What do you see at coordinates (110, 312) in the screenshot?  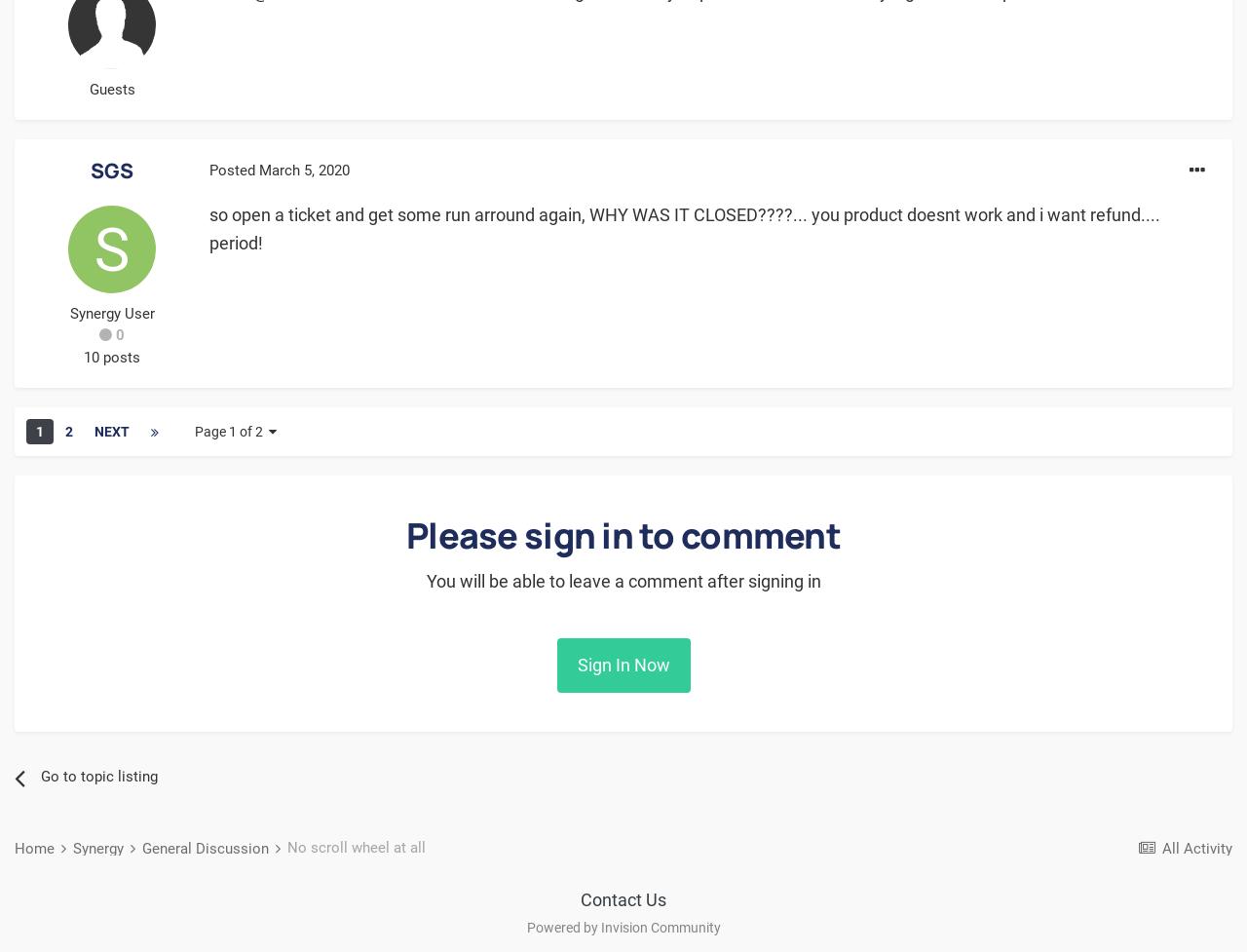 I see `'Synergy User'` at bounding box center [110, 312].